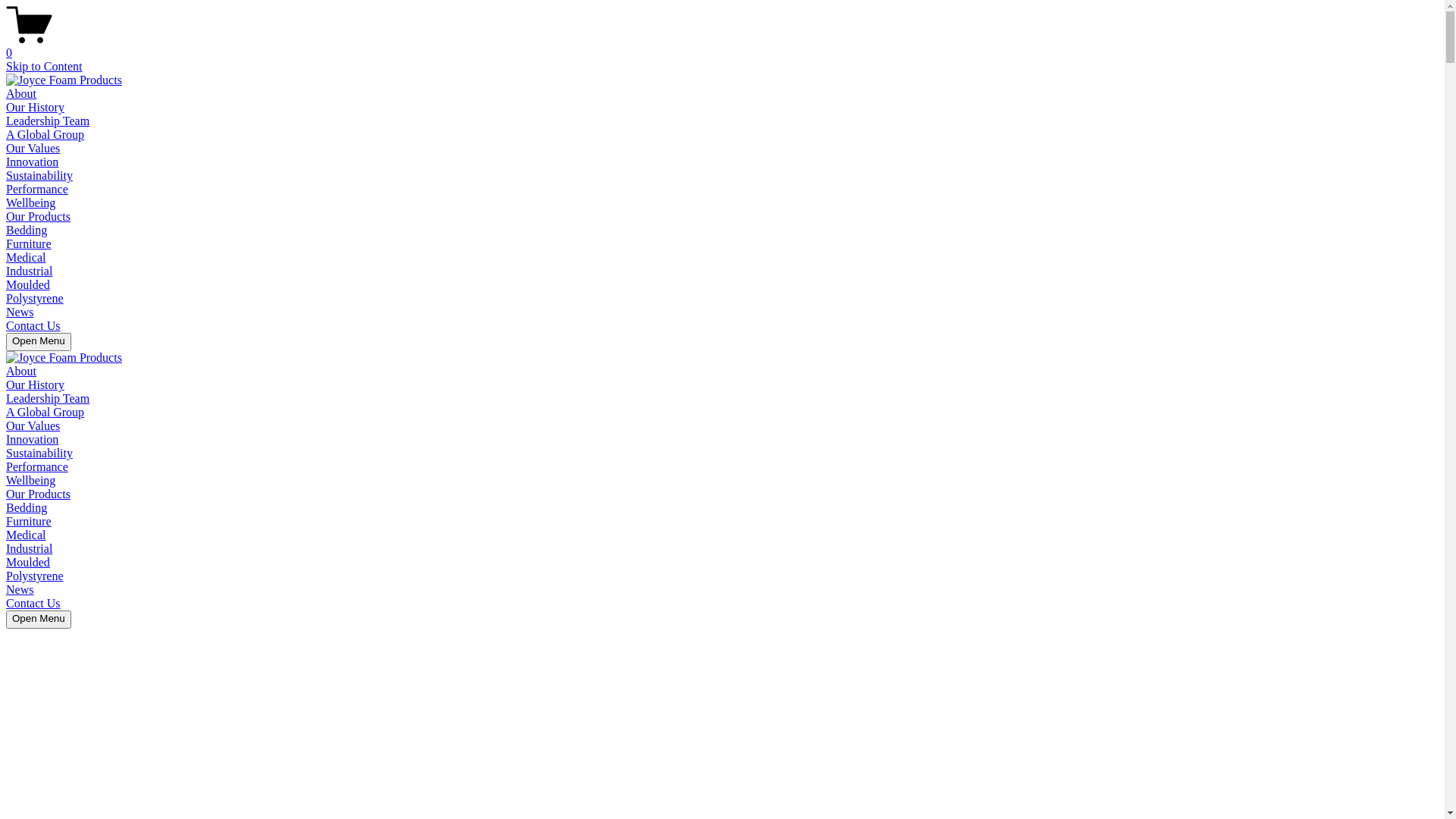  What do you see at coordinates (21, 371) in the screenshot?
I see `'About'` at bounding box center [21, 371].